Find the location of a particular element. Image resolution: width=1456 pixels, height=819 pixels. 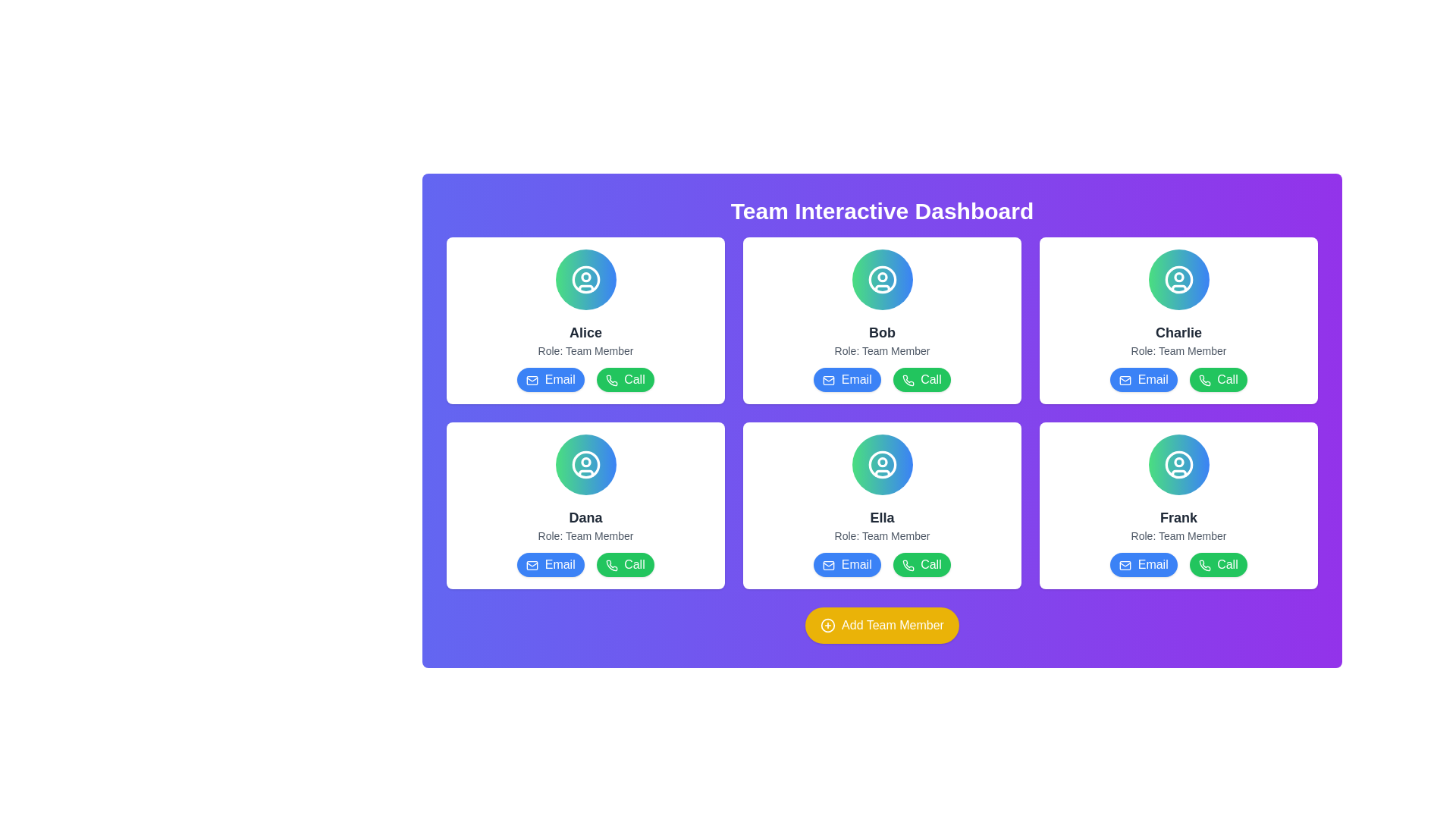

the Avatar element, which is a circular icon with a gradient background from green to blue, featuring a white outline of a user, located in the card labeled 'Ella' in the grid layout is located at coordinates (882, 464).